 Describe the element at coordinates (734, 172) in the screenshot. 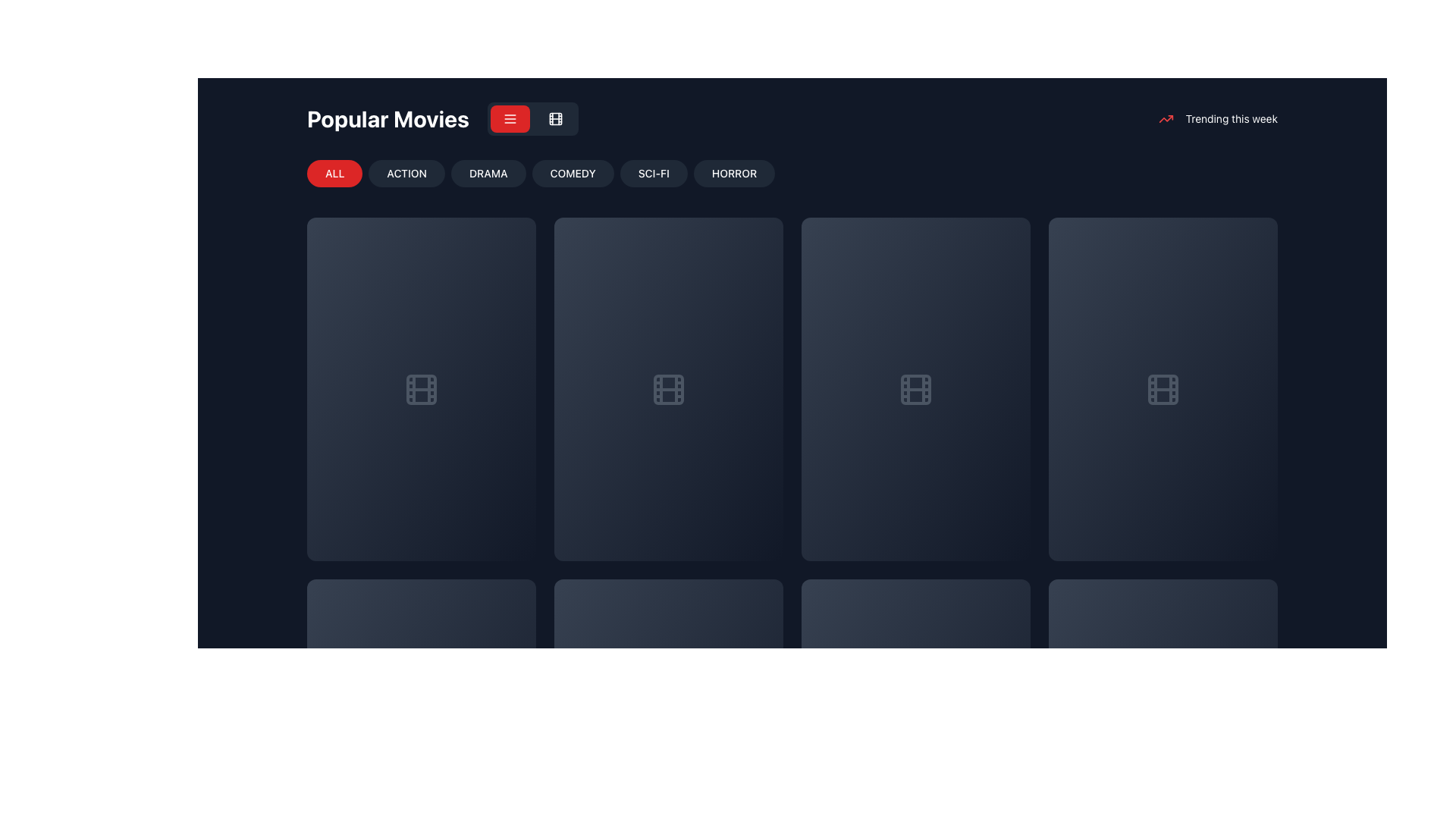

I see `the 'HORROR' button, which is the sixth button in the navigation bar, to filter movies by the Horror genre` at that location.